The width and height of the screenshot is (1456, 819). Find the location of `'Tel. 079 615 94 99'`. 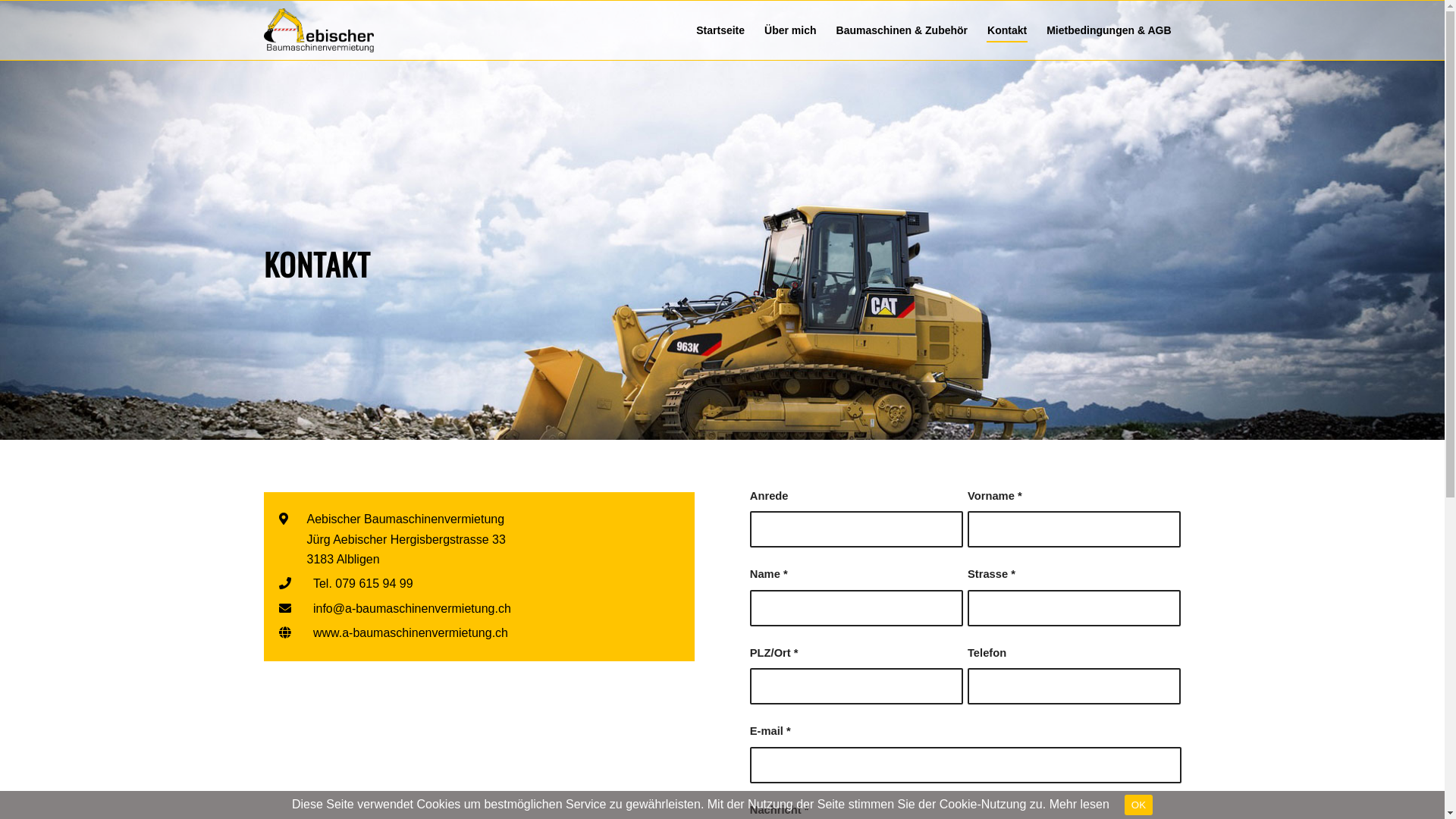

'Tel. 079 615 94 99' is located at coordinates (362, 583).